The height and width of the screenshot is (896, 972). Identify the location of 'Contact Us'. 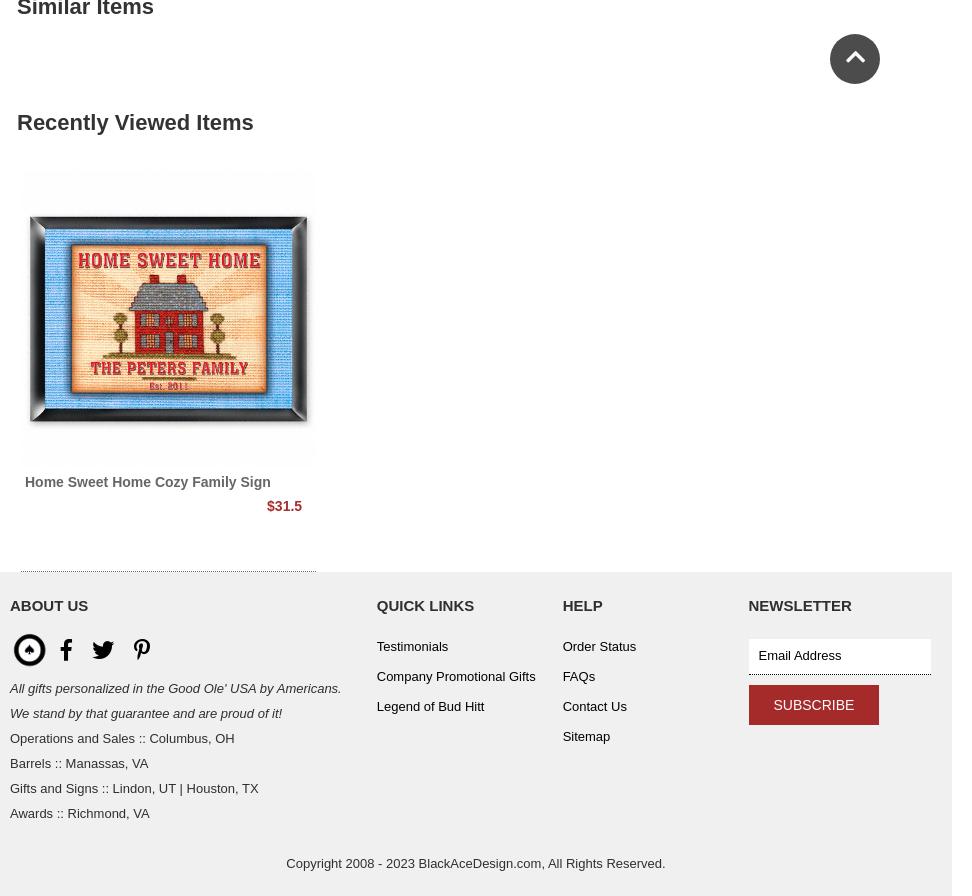
(561, 706).